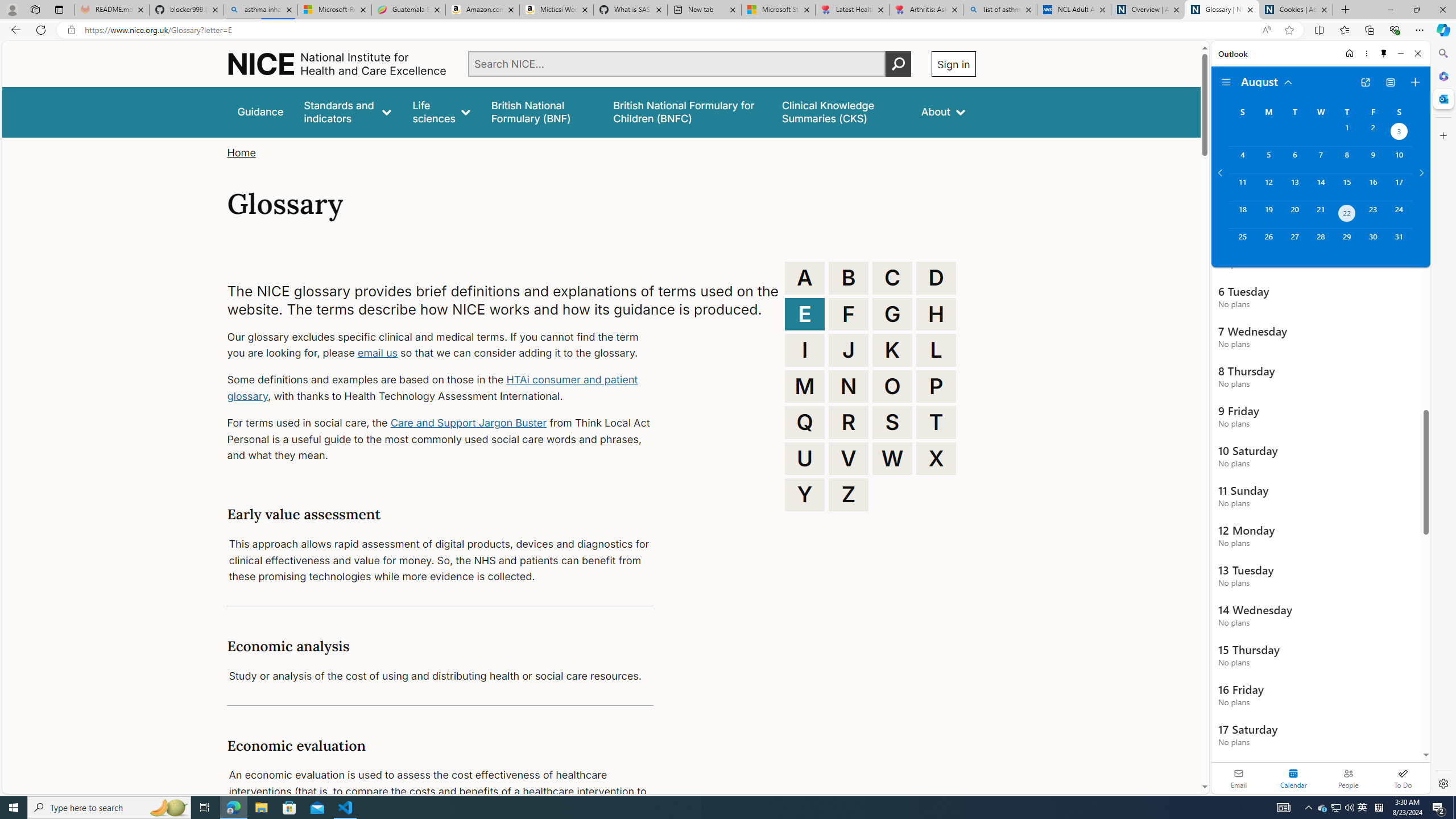  What do you see at coordinates (942, 111) in the screenshot?
I see `'About'` at bounding box center [942, 111].